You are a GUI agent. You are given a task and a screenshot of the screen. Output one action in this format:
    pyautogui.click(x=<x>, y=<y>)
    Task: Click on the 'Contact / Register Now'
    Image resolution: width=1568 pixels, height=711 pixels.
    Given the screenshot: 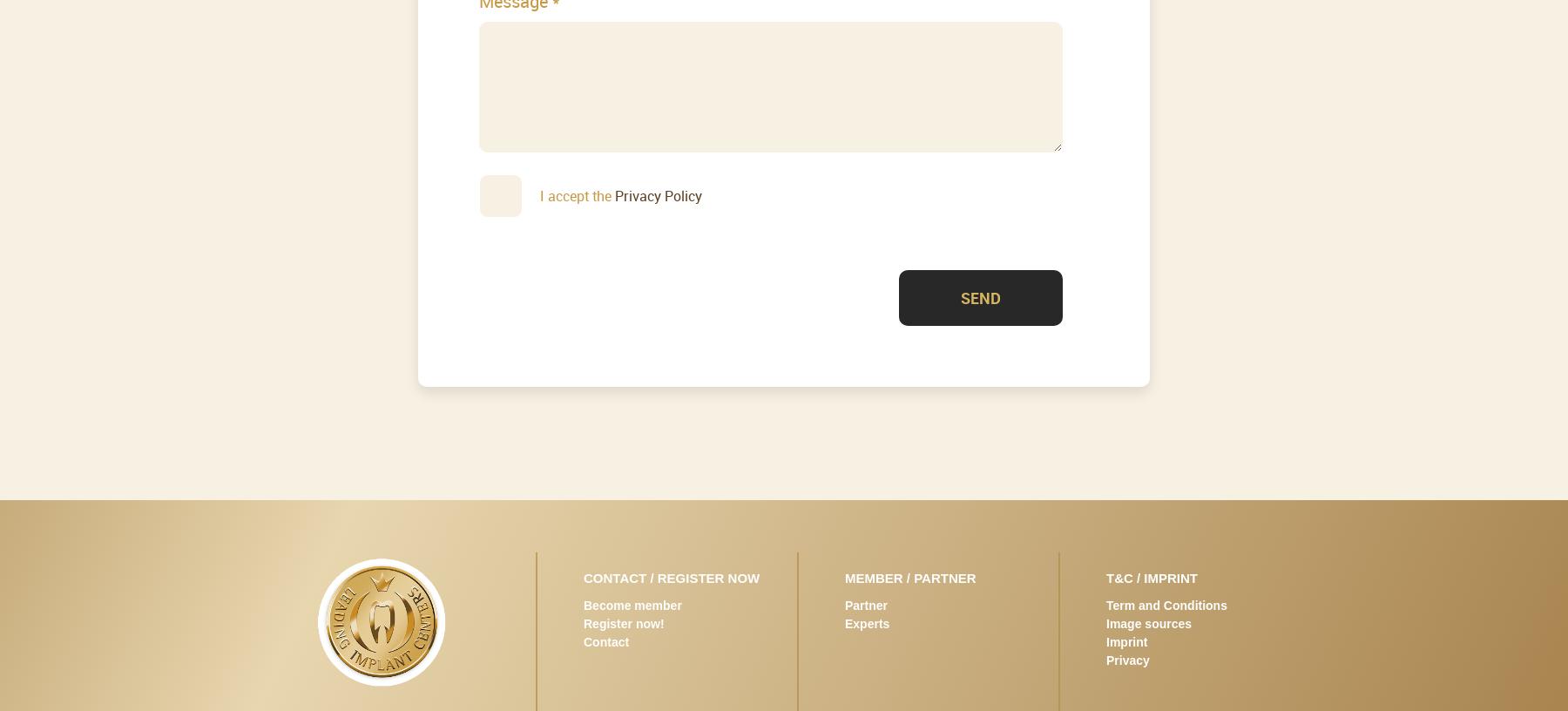 What is the action you would take?
    pyautogui.click(x=670, y=576)
    